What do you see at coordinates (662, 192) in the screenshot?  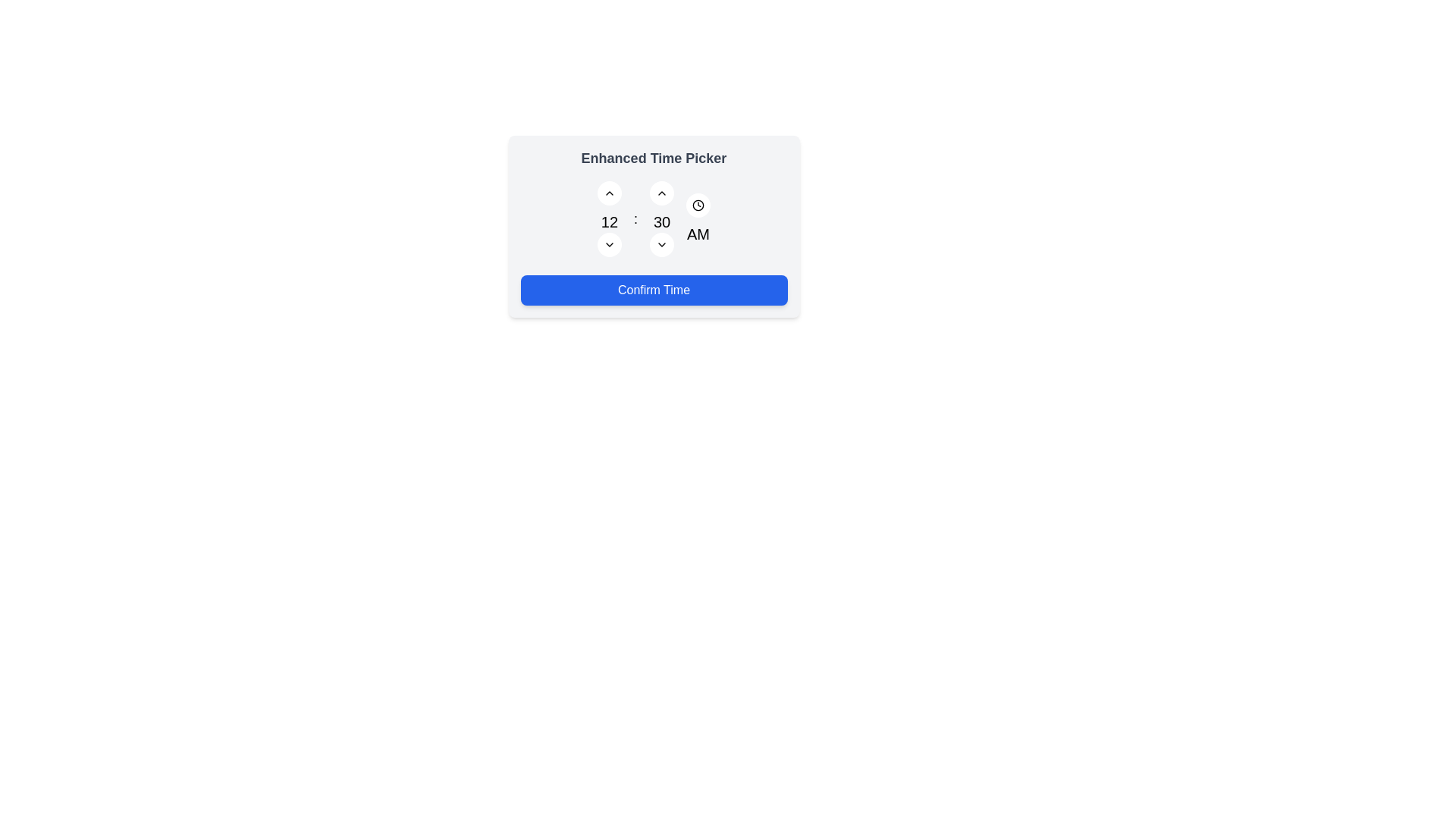 I see `the chevron-up icon within the circular white button located on the top button of the hour adjustment controls in the 'Enhanced Time Picker' card` at bounding box center [662, 192].